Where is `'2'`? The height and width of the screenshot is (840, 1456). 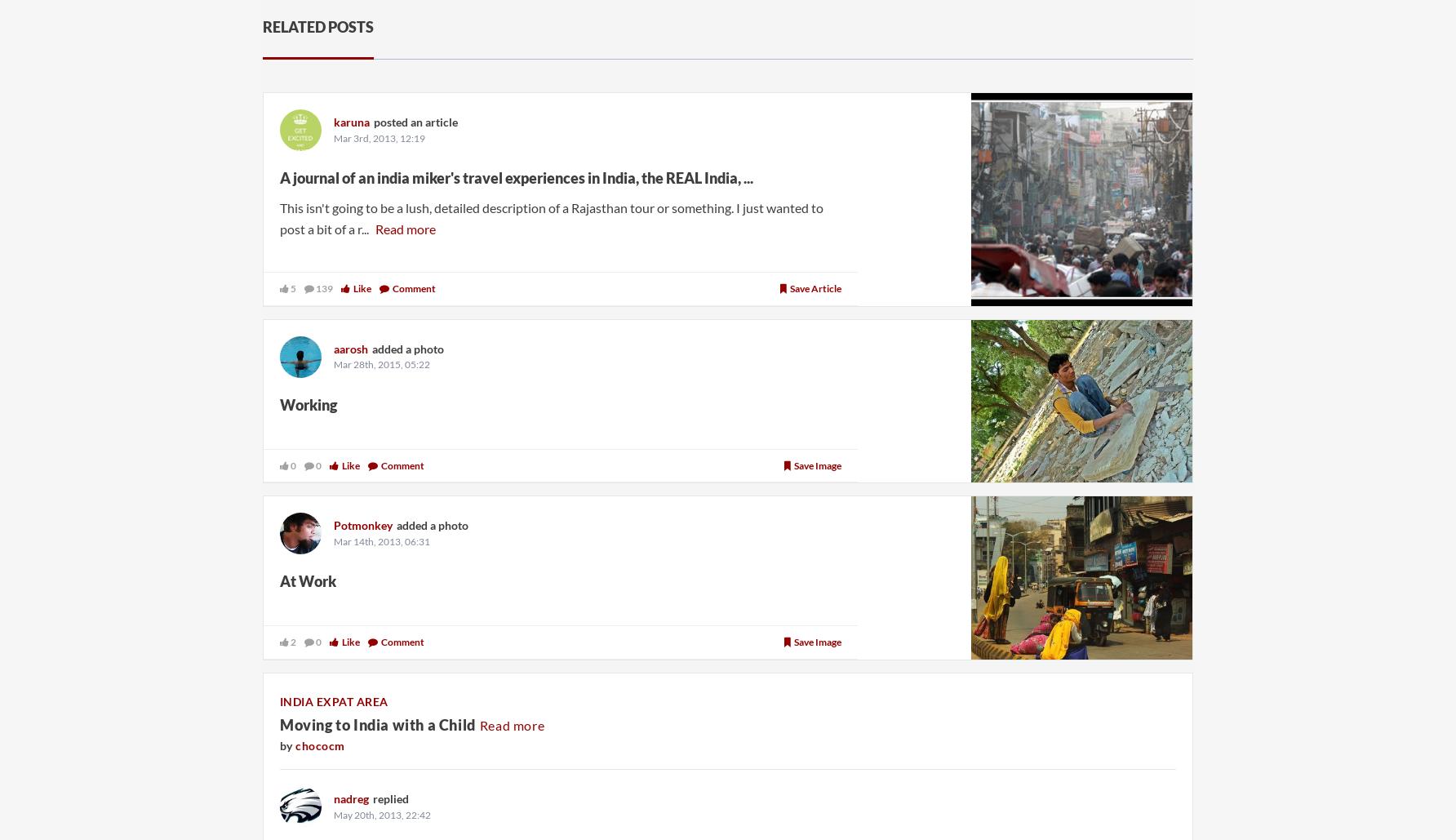
'2' is located at coordinates (291, 642).